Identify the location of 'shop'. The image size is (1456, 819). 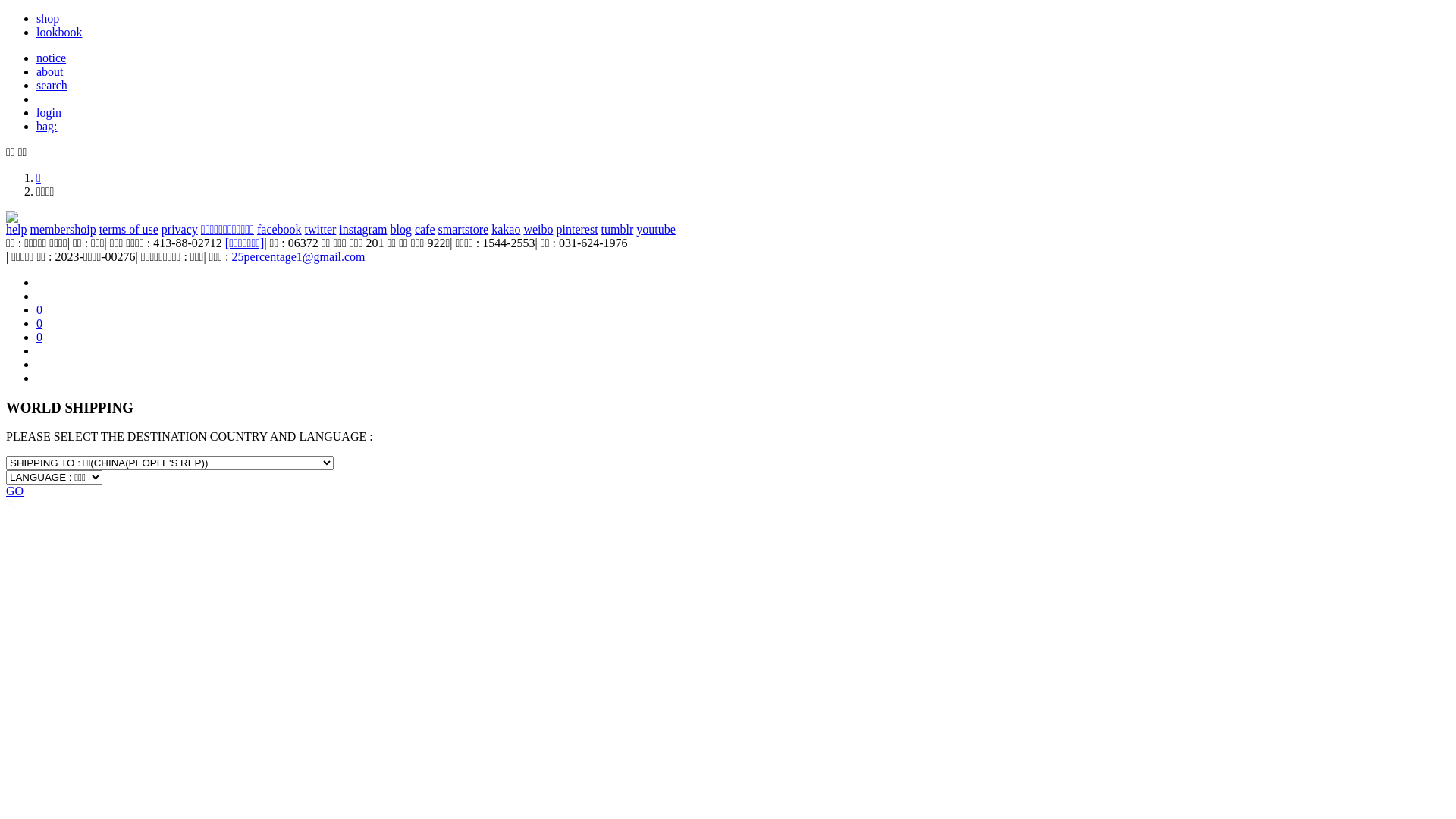
(47, 18).